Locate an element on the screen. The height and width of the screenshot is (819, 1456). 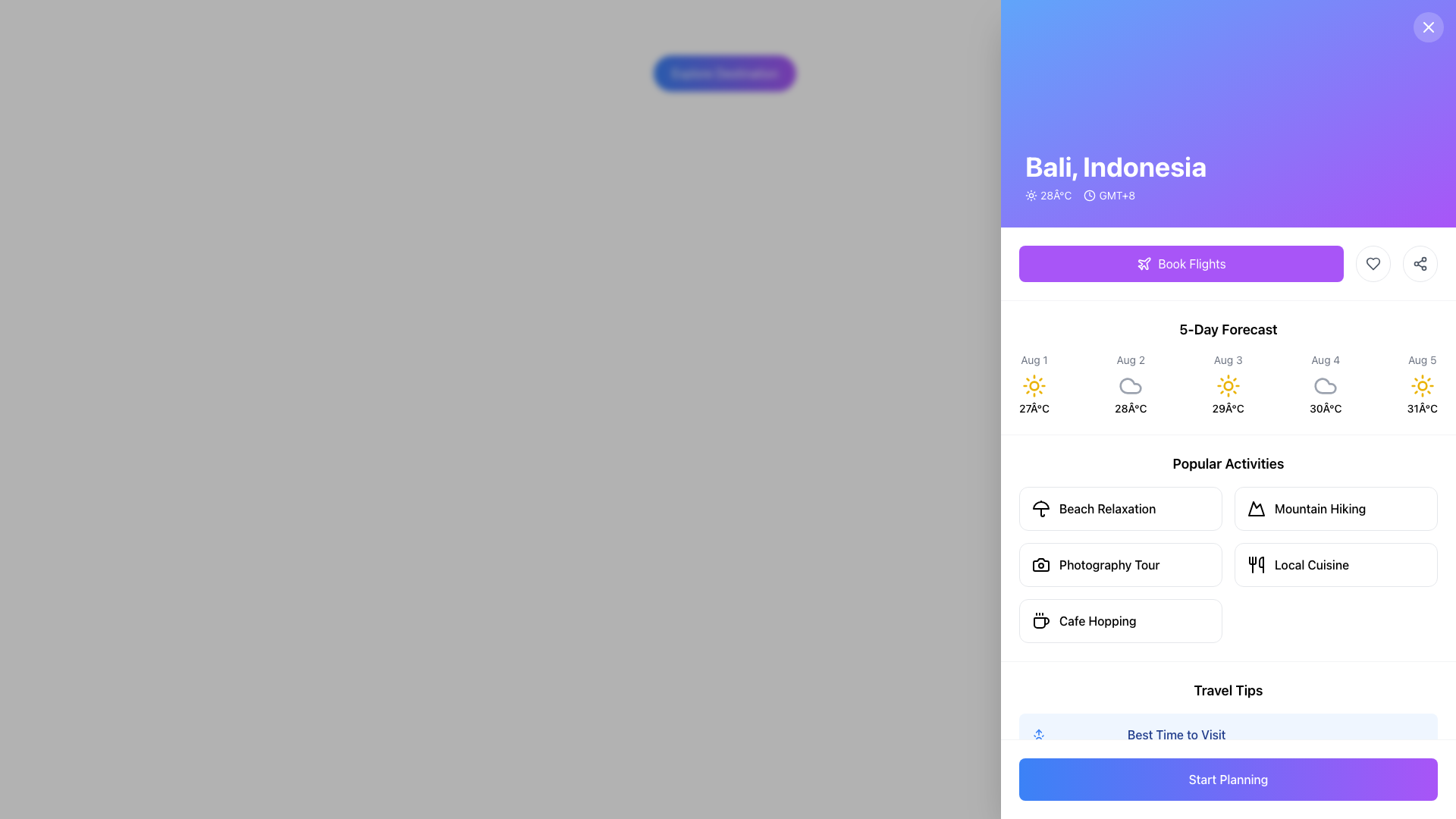
the 'Photography Tour' text label located in the second row, first column of the 'Popular Activities' section to enhance user understanding of the activity card's purpose is located at coordinates (1109, 564).